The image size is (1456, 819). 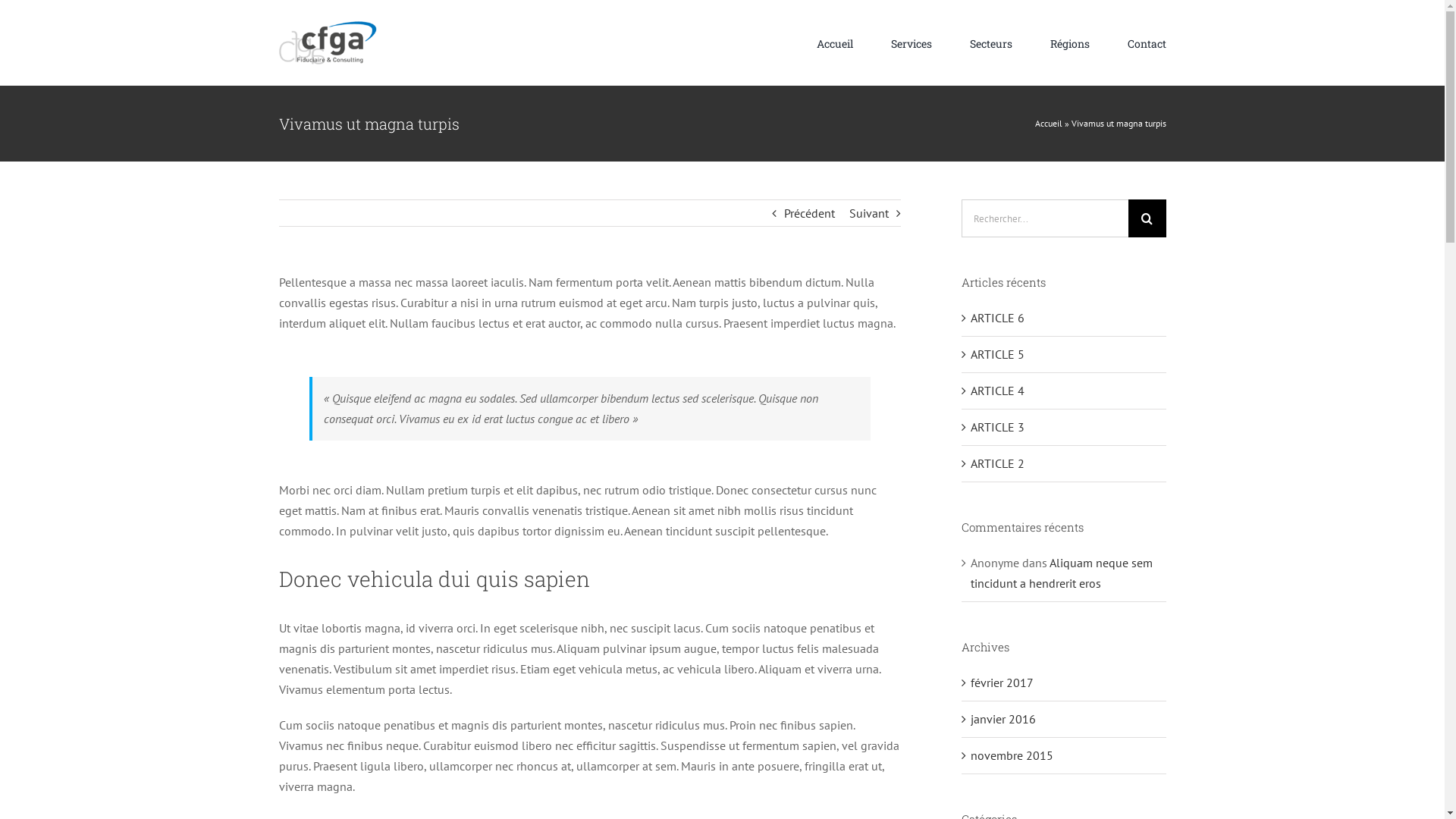 I want to click on 'Contact', so click(x=1128, y=42).